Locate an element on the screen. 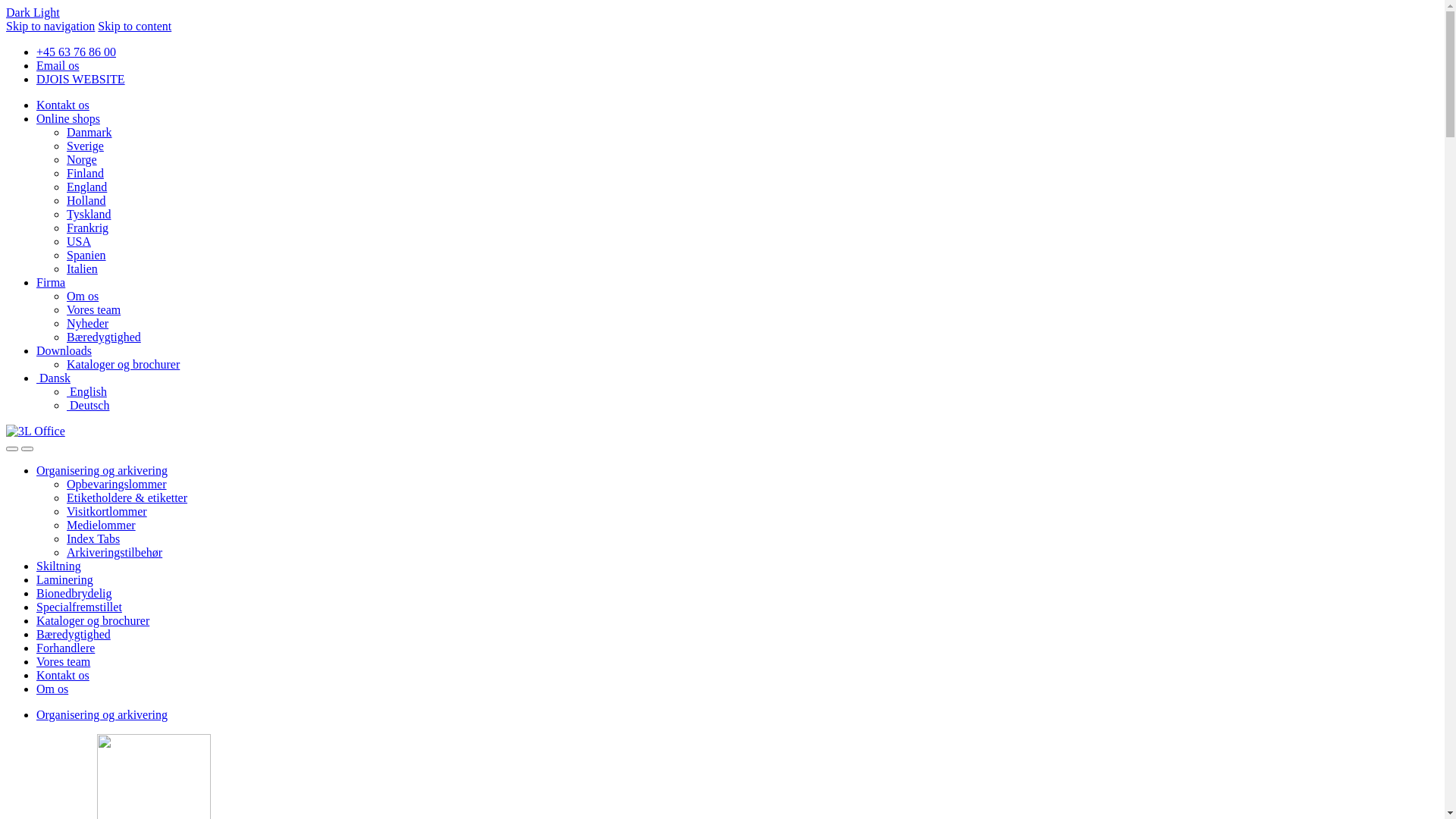  'Forhandlere' is located at coordinates (64, 648).